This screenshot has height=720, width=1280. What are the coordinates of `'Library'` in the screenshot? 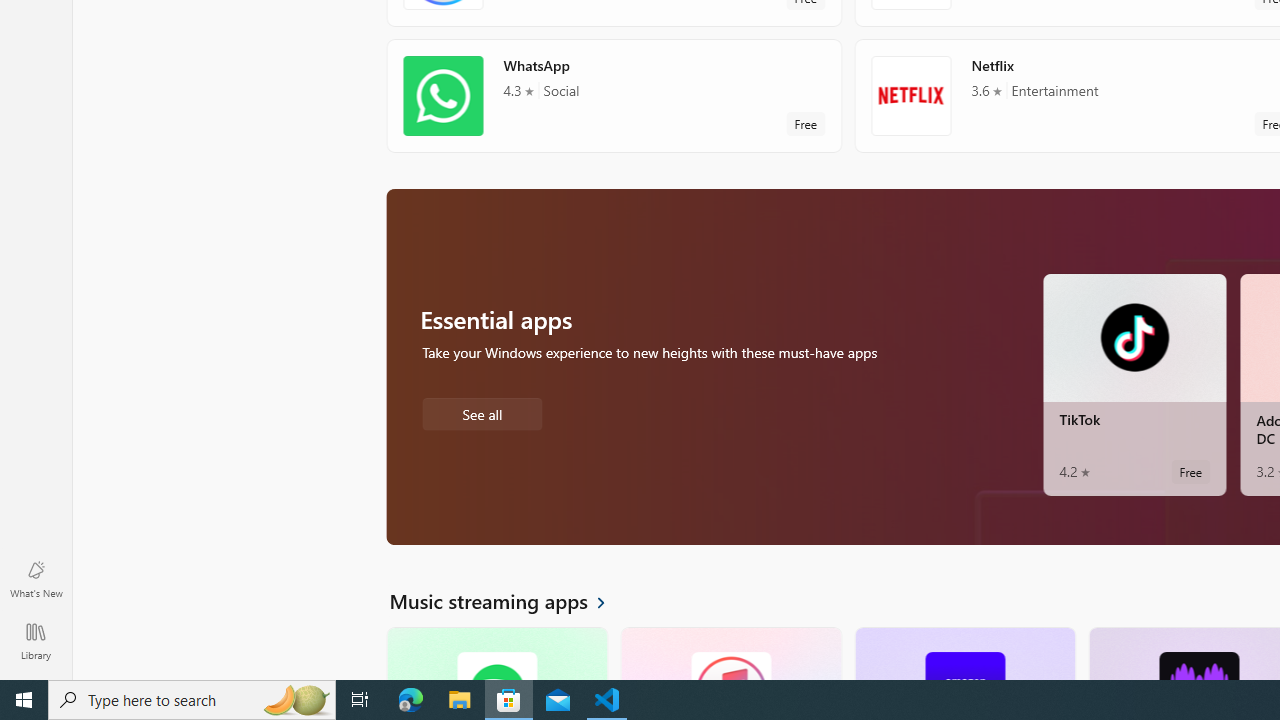 It's located at (35, 640).